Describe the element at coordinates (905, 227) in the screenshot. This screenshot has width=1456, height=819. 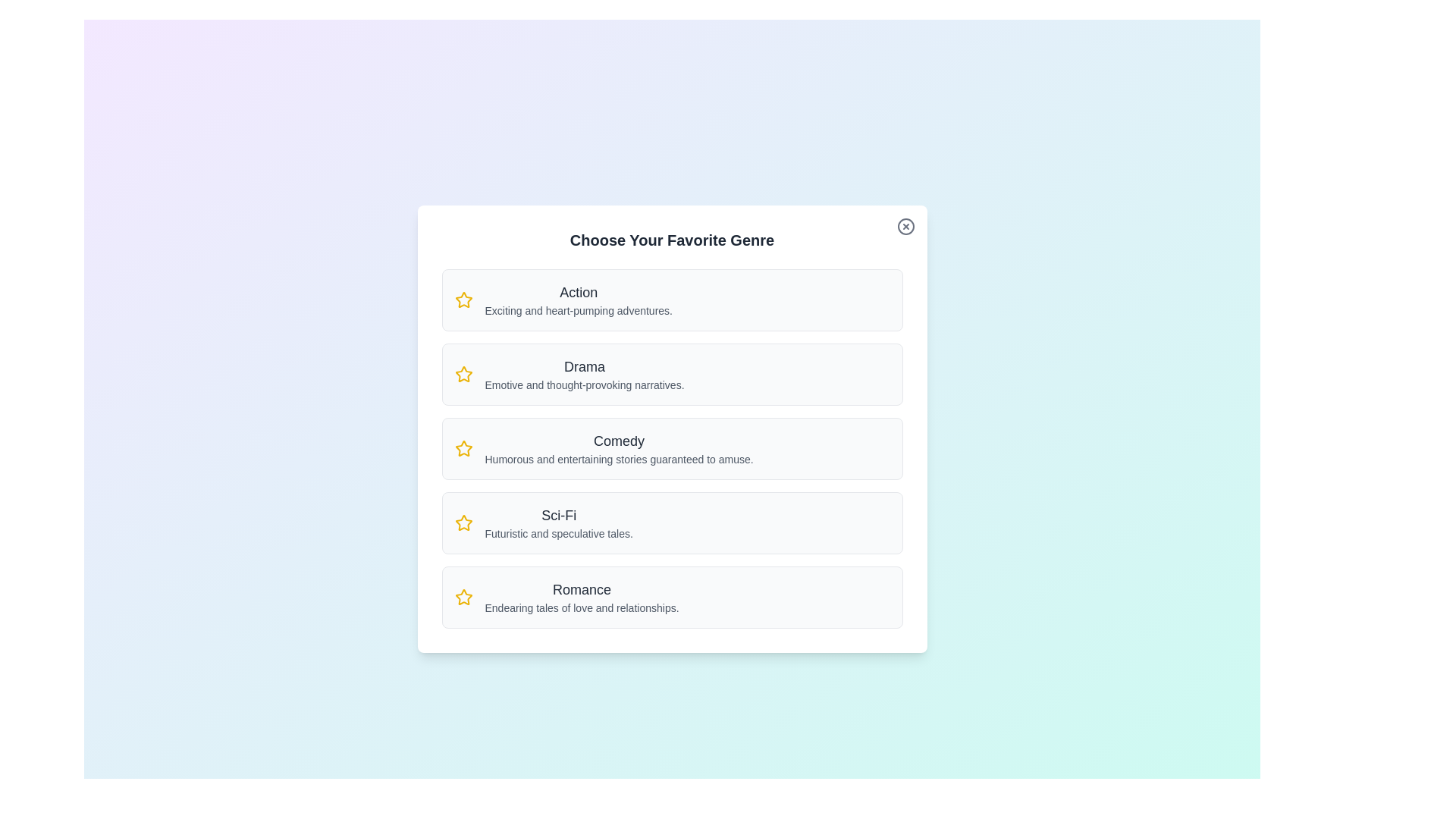
I see `the close button to close the dialog` at that location.